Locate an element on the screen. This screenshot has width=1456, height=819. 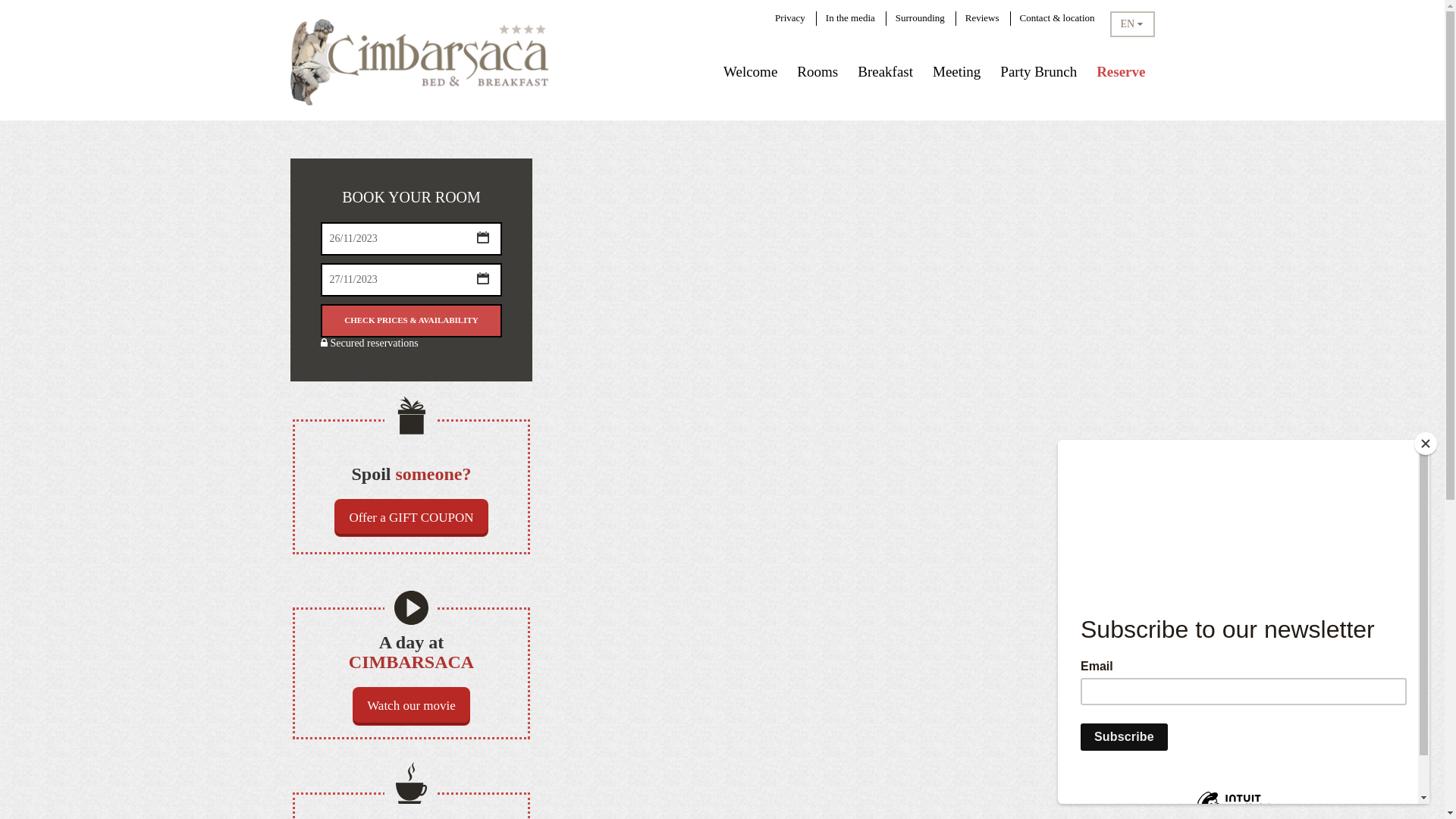
'...' is located at coordinates (482, 237).